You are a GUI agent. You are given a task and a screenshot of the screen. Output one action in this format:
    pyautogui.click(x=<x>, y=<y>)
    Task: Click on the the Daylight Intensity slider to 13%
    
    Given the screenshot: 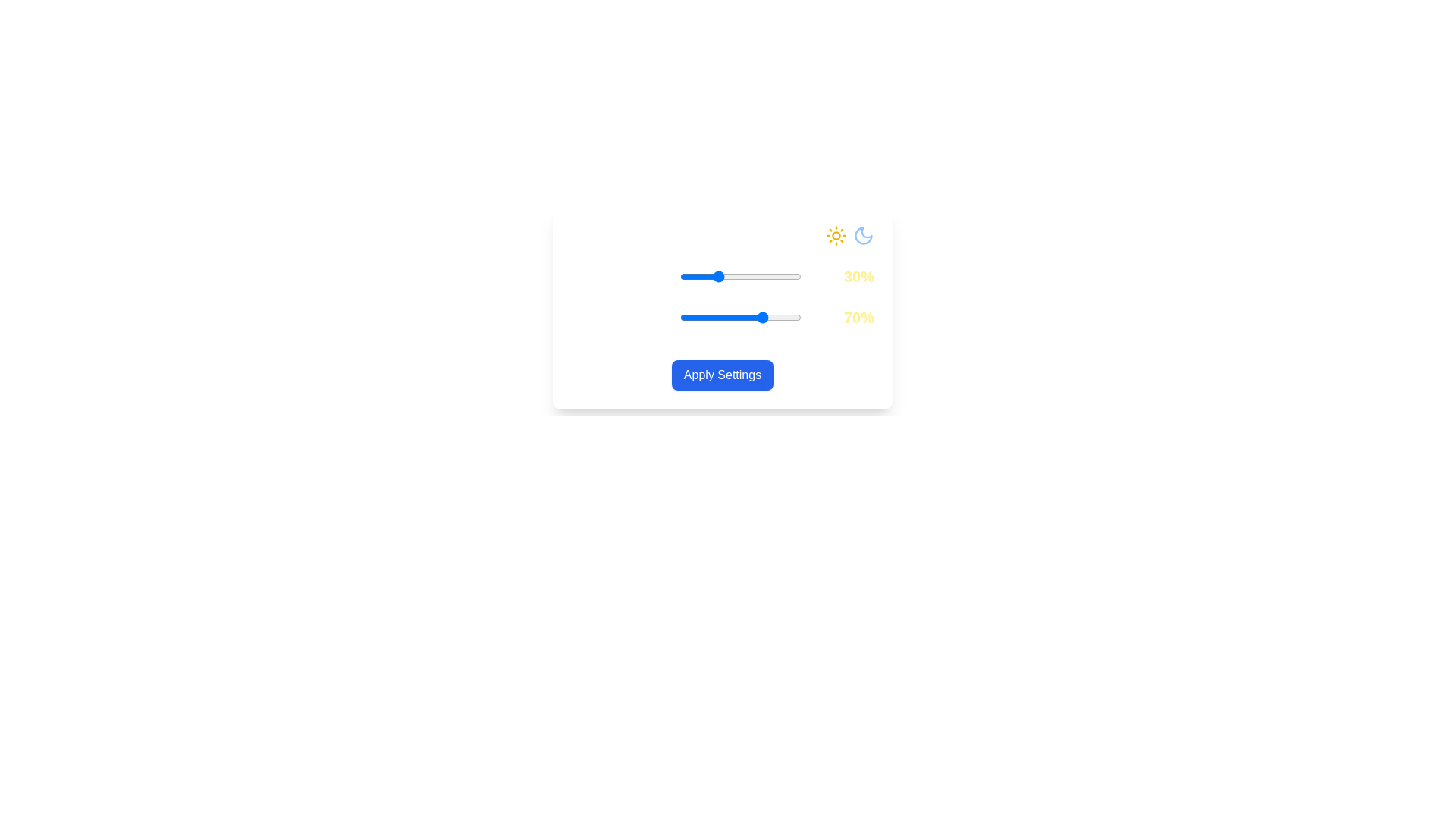 What is the action you would take?
    pyautogui.click(x=695, y=277)
    